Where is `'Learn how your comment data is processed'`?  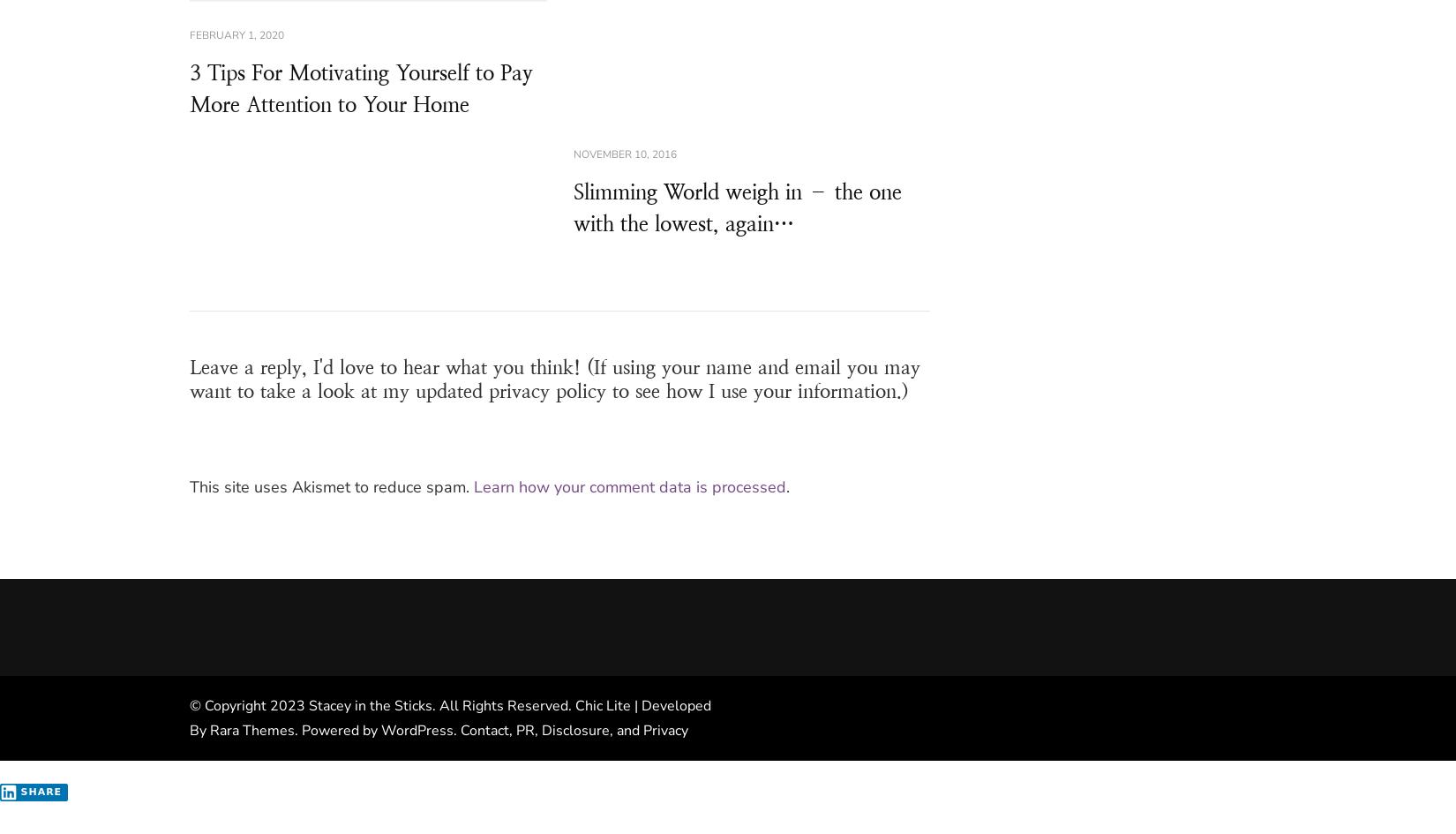
'Learn how your comment data is processed' is located at coordinates (628, 486).